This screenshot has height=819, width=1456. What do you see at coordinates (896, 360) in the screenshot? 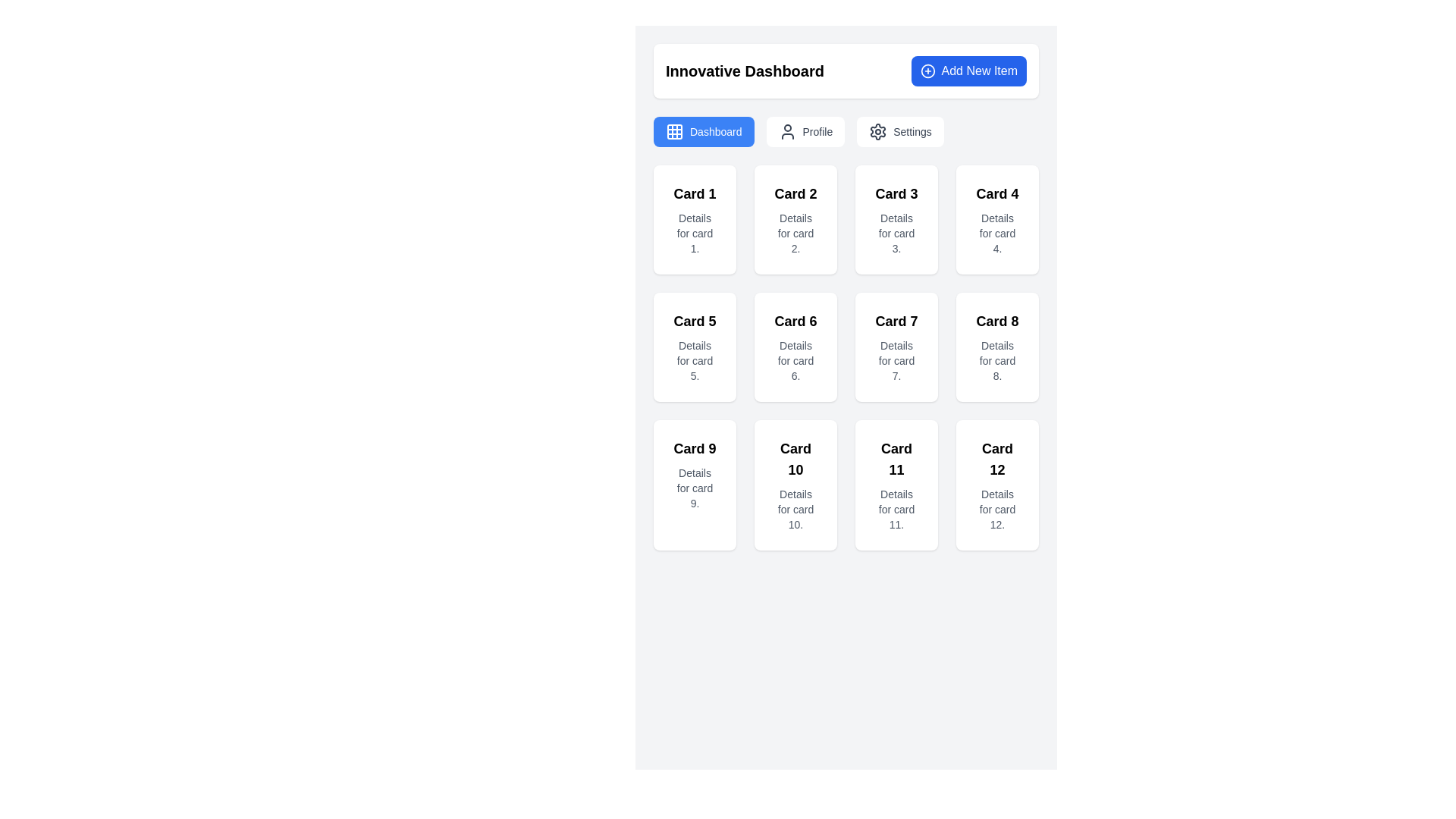
I see `the static text label providing additional descriptive information about 'Card 7', which is located below the title text within the card on the dashboard interface` at bounding box center [896, 360].